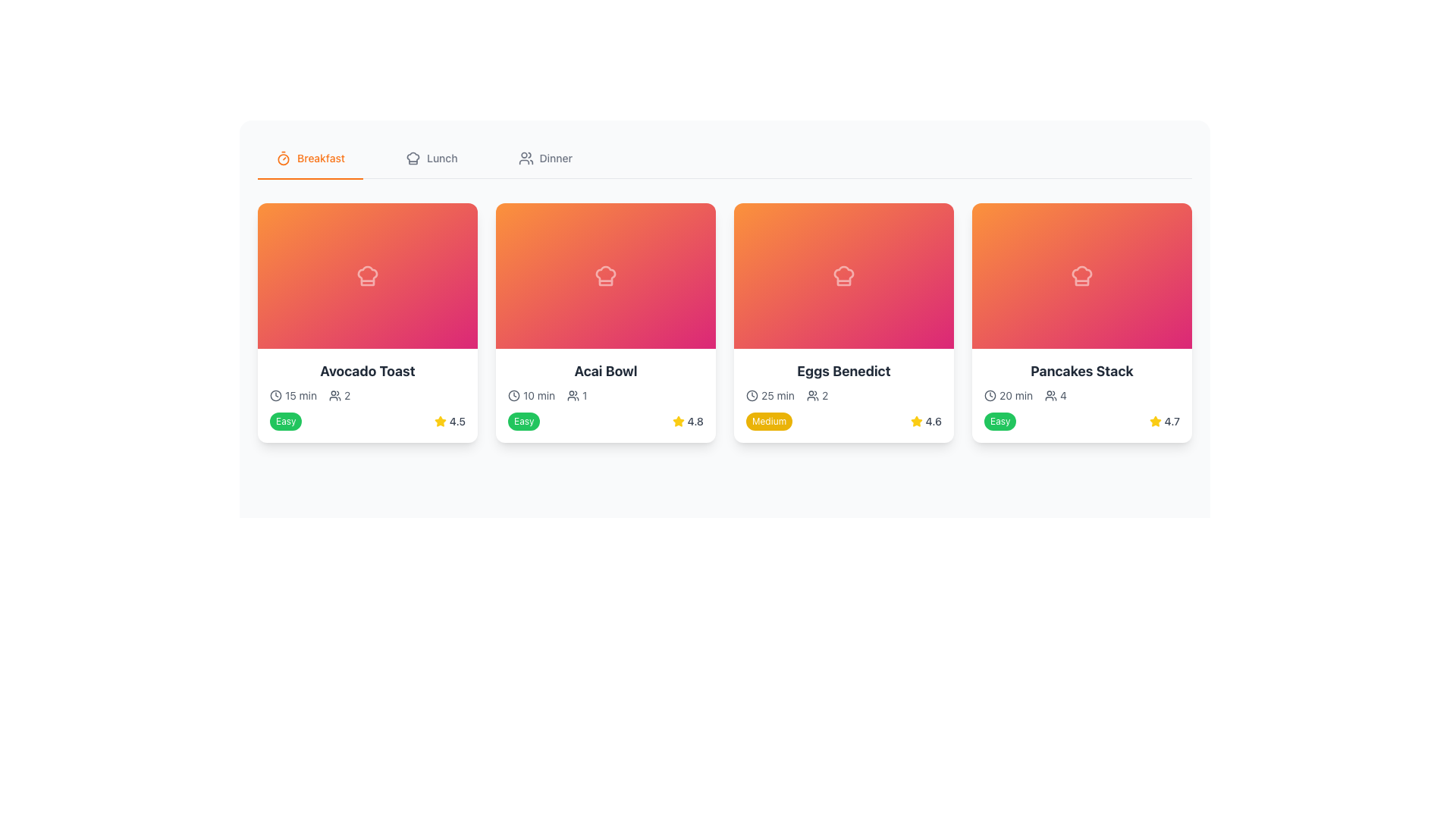  What do you see at coordinates (284, 158) in the screenshot?
I see `the decorative SVG icon representing the 'Breakfast' navigation tab` at bounding box center [284, 158].